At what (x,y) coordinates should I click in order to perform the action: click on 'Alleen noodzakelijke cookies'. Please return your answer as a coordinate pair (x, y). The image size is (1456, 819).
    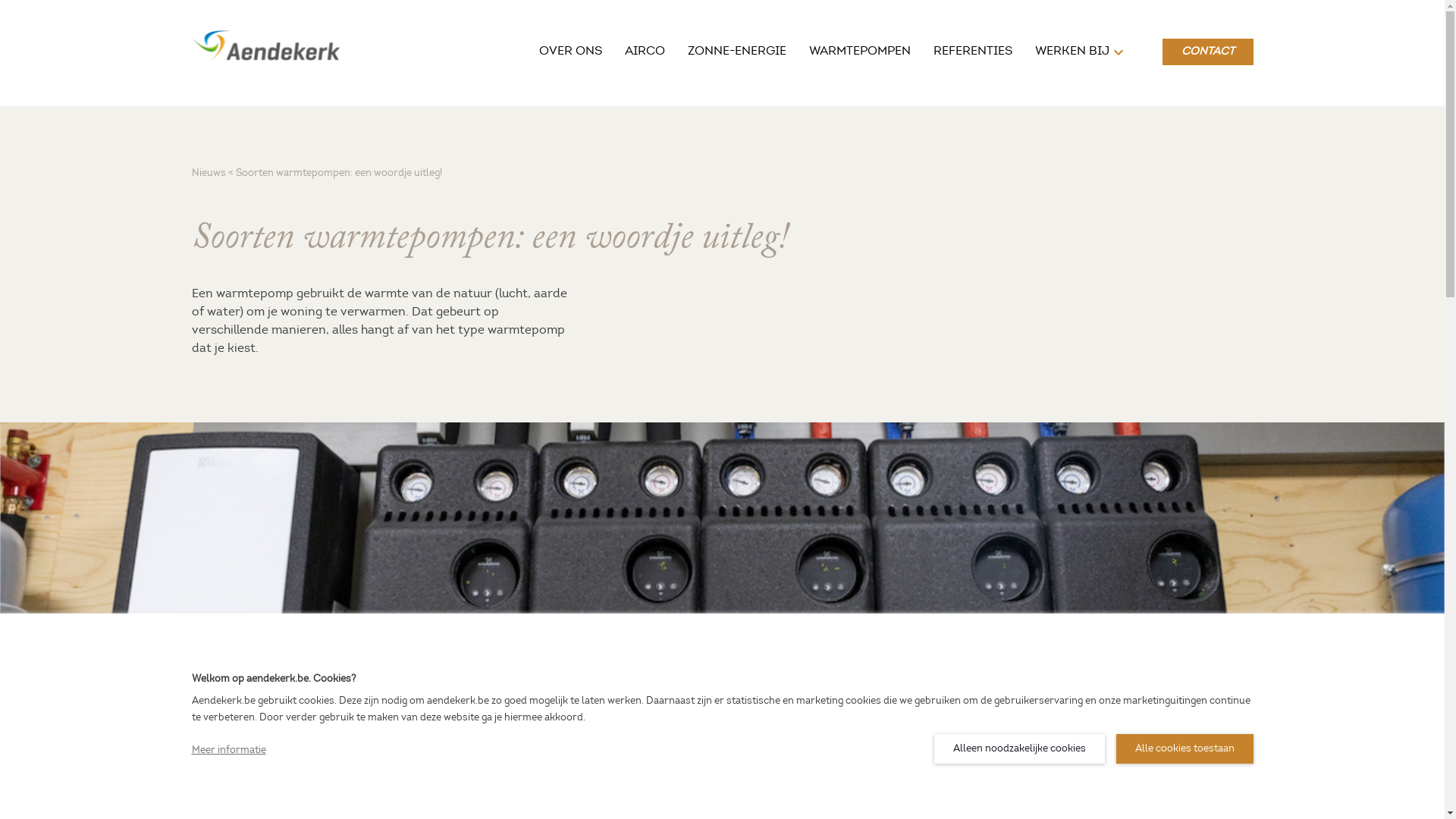
    Looking at the image, I should click on (934, 748).